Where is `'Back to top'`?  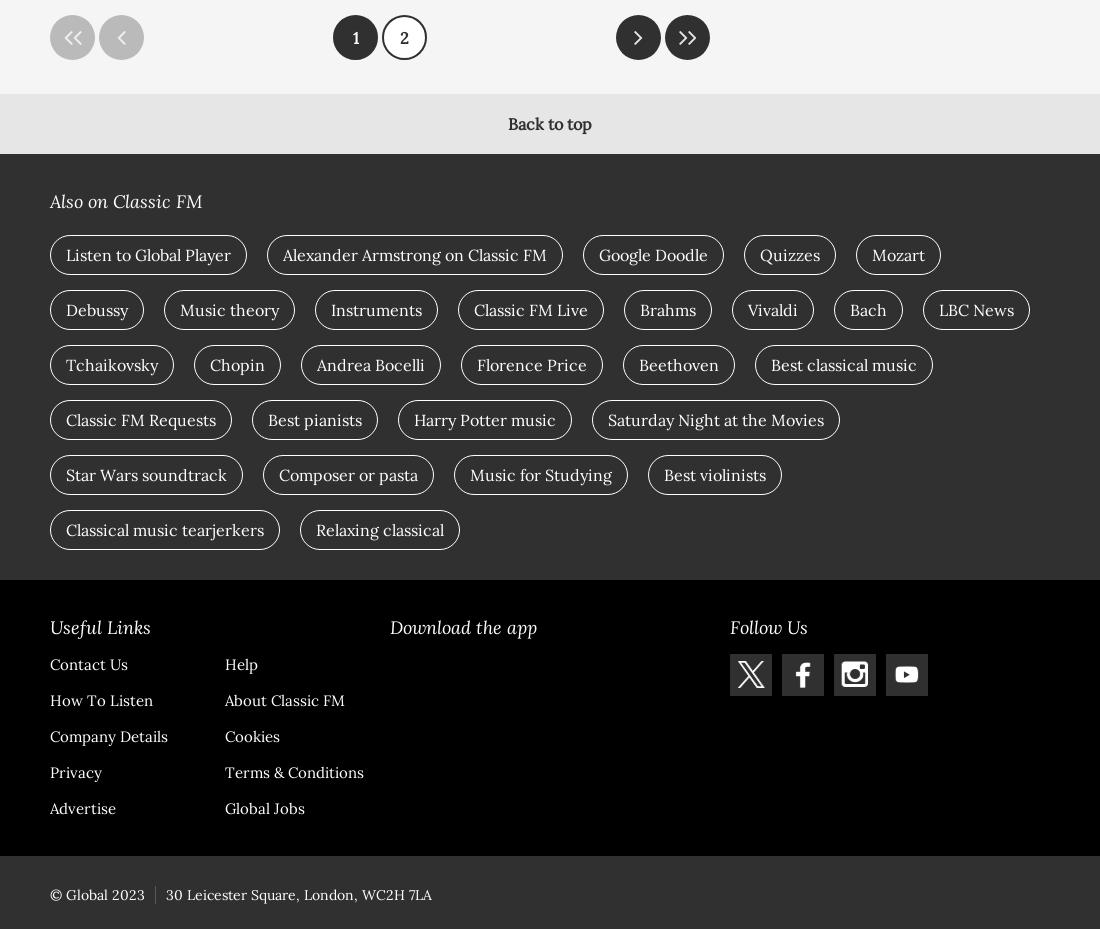
'Back to top' is located at coordinates (550, 124).